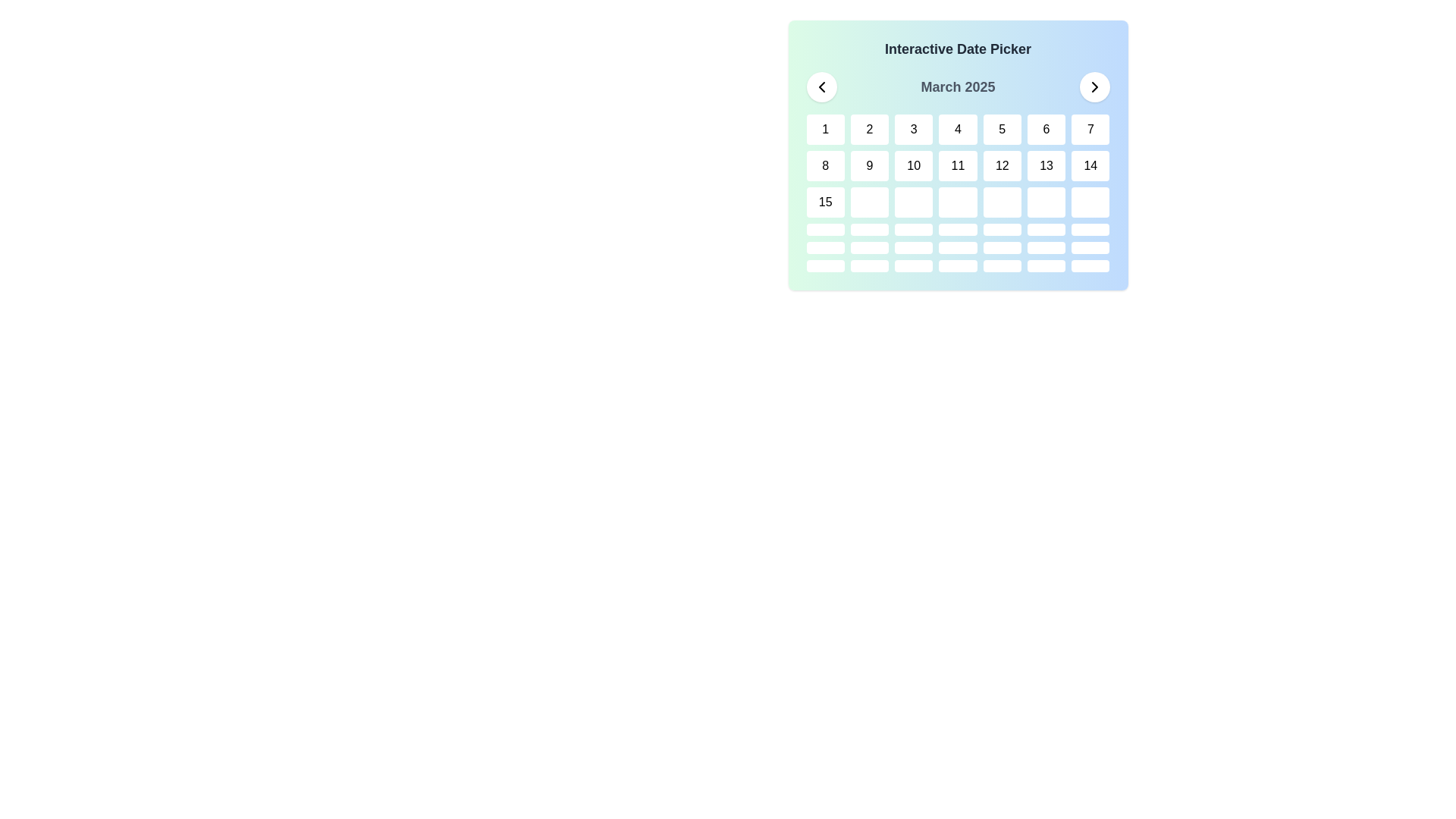  What do you see at coordinates (870, 230) in the screenshot?
I see `the button located` at bounding box center [870, 230].